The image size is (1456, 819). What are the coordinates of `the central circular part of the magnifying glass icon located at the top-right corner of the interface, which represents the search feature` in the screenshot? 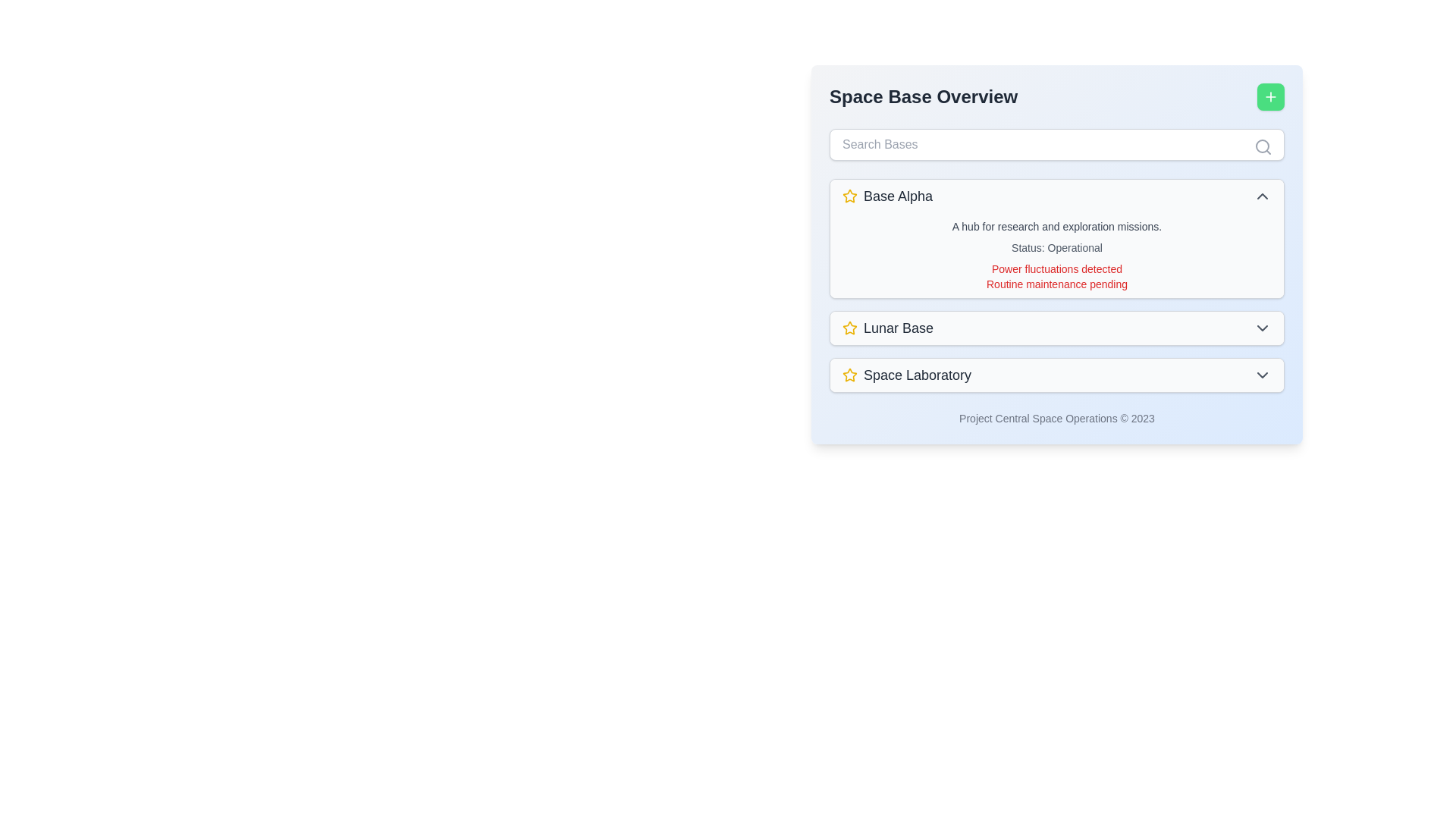 It's located at (1263, 146).